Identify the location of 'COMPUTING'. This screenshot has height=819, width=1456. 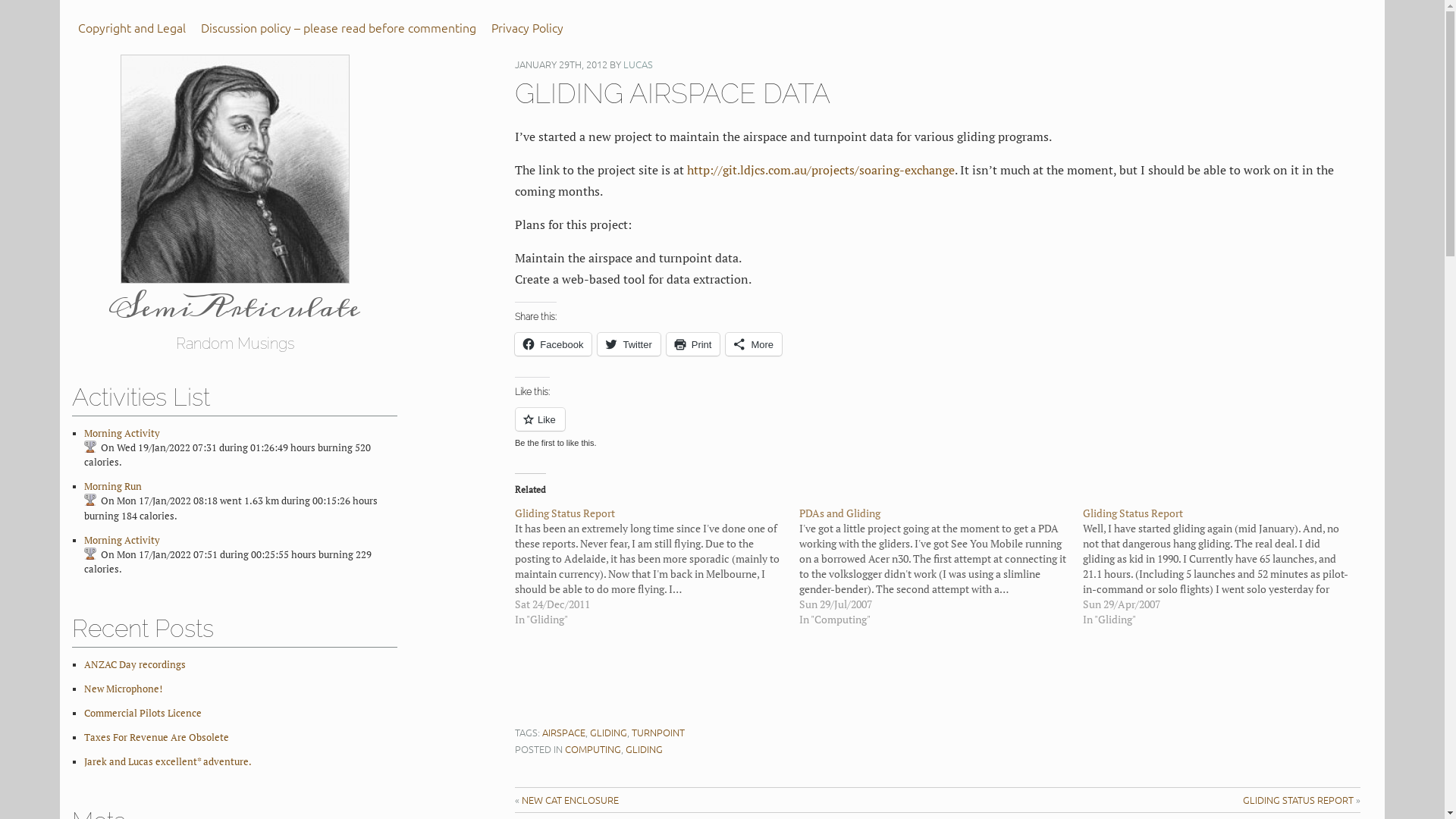
(563, 748).